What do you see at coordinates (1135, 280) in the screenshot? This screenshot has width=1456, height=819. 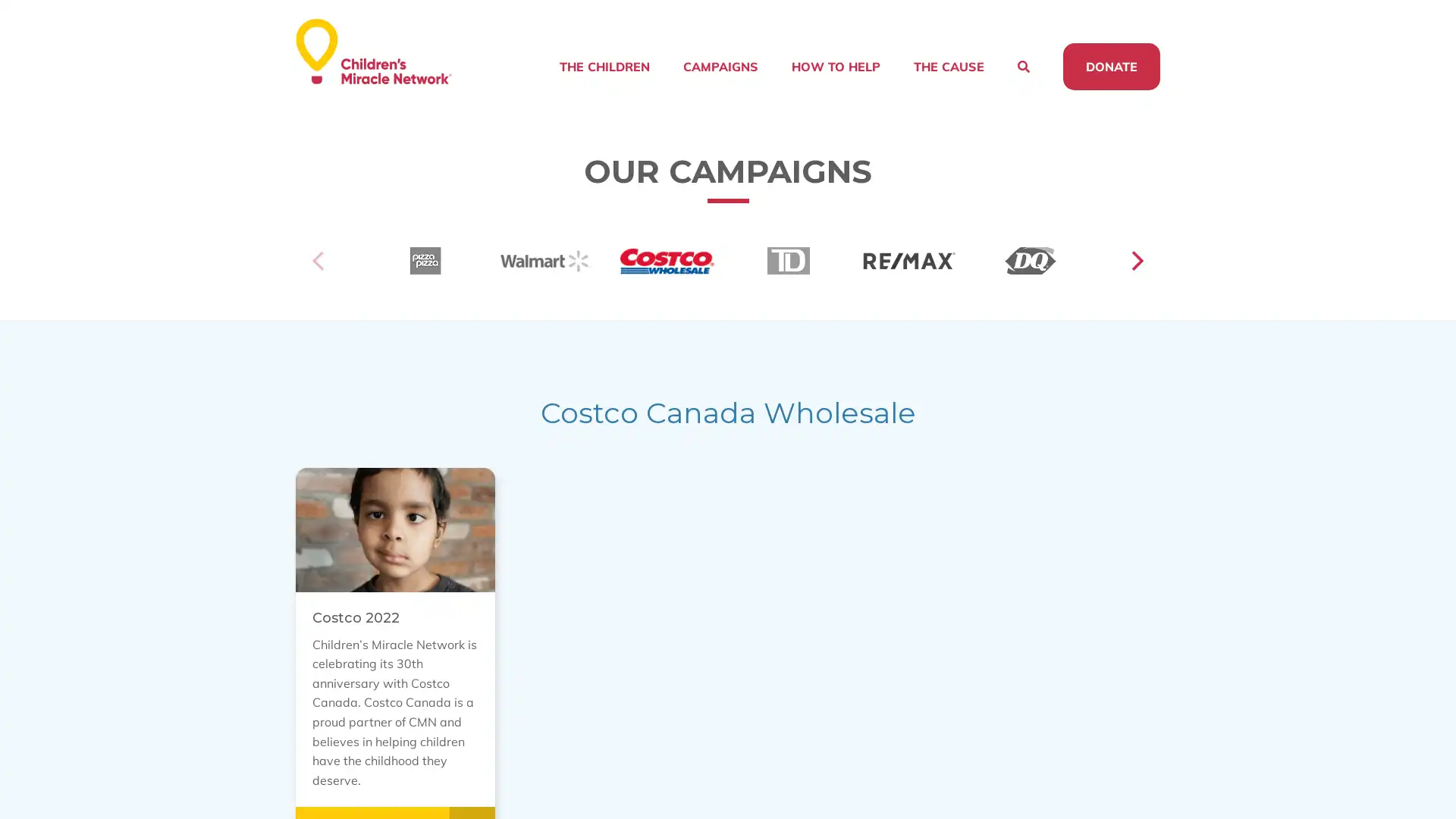 I see `Next` at bounding box center [1135, 280].